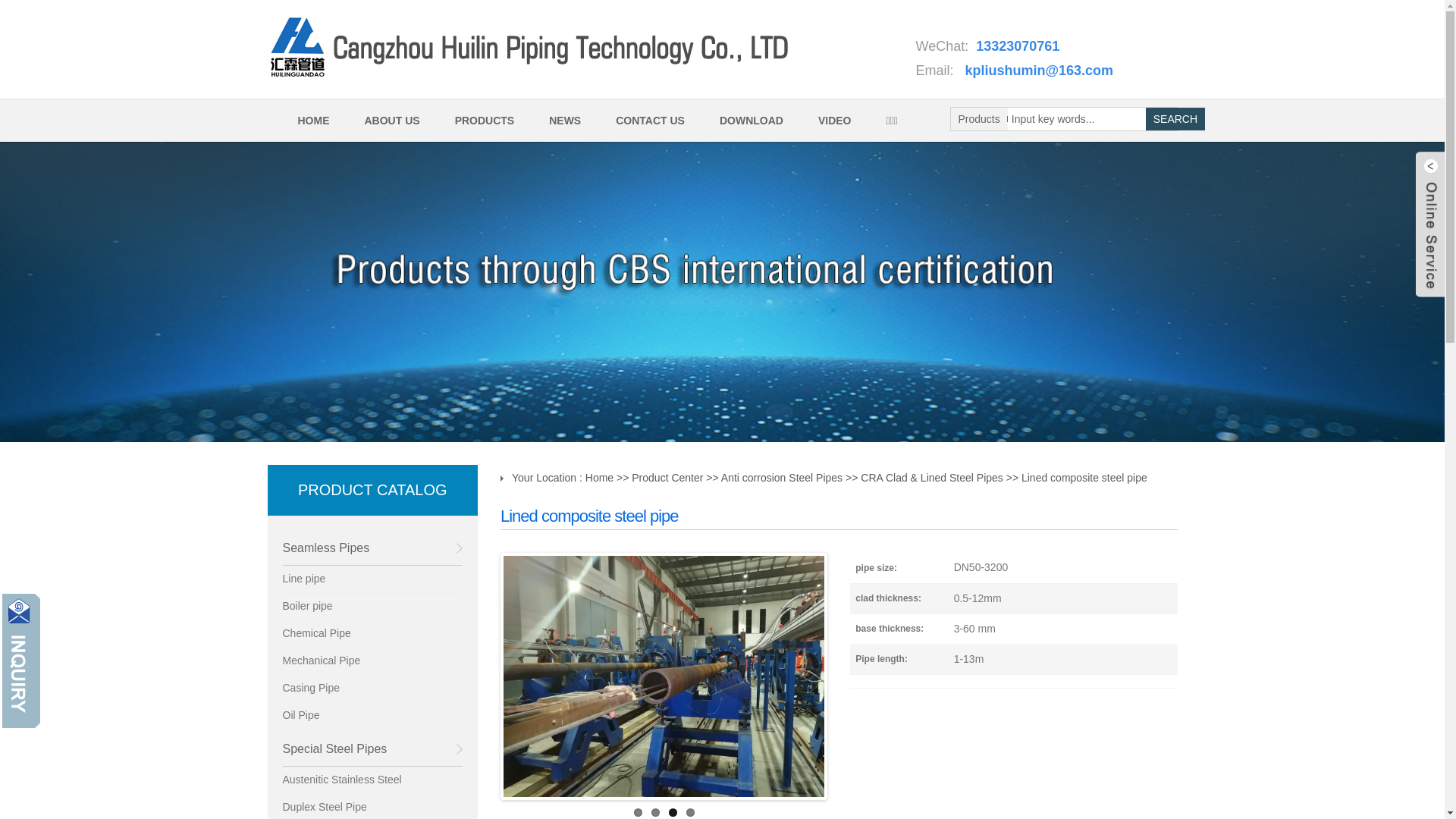  Describe the element at coordinates (930, 476) in the screenshot. I see `'CRA Clad & Lined Steel Pipes'` at that location.